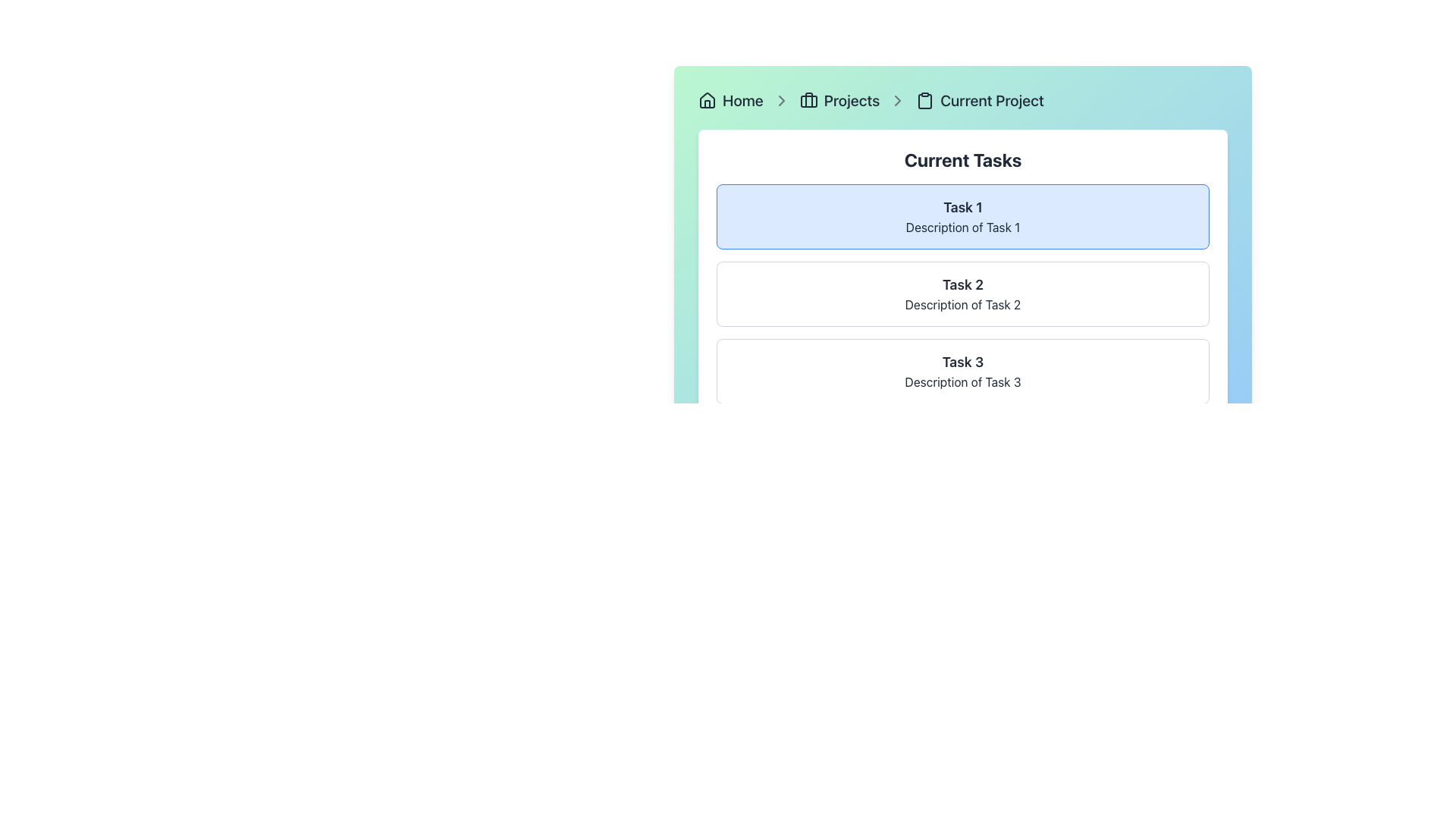 The width and height of the screenshot is (1456, 819). I want to click on the right-pointing chevron arrow icon in the breadcrumb navigation bar, which is gray and outlined, located between 'Home' and 'Projects', so click(781, 100).